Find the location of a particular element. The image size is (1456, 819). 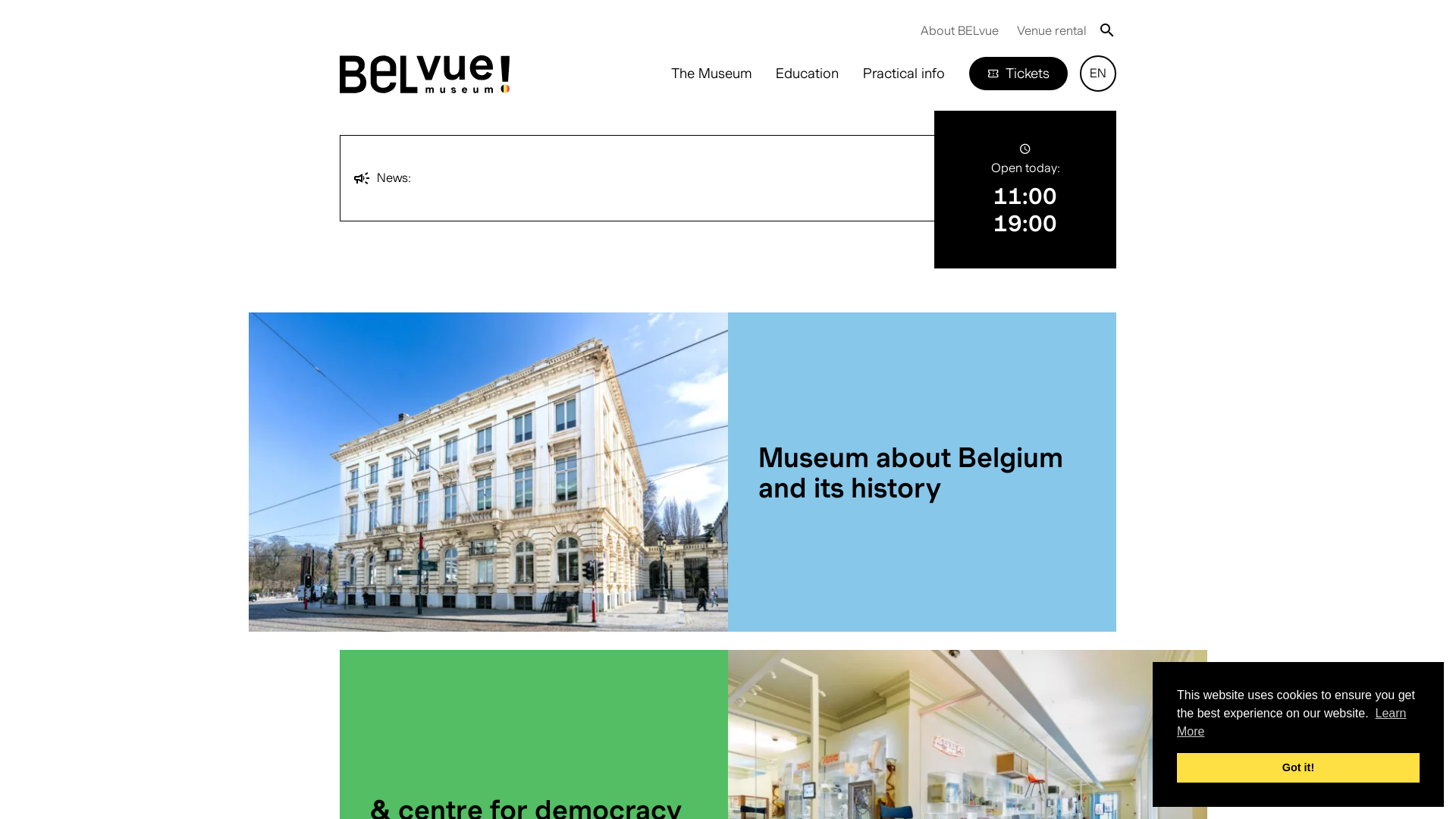

'Practical info' is located at coordinates (903, 73).